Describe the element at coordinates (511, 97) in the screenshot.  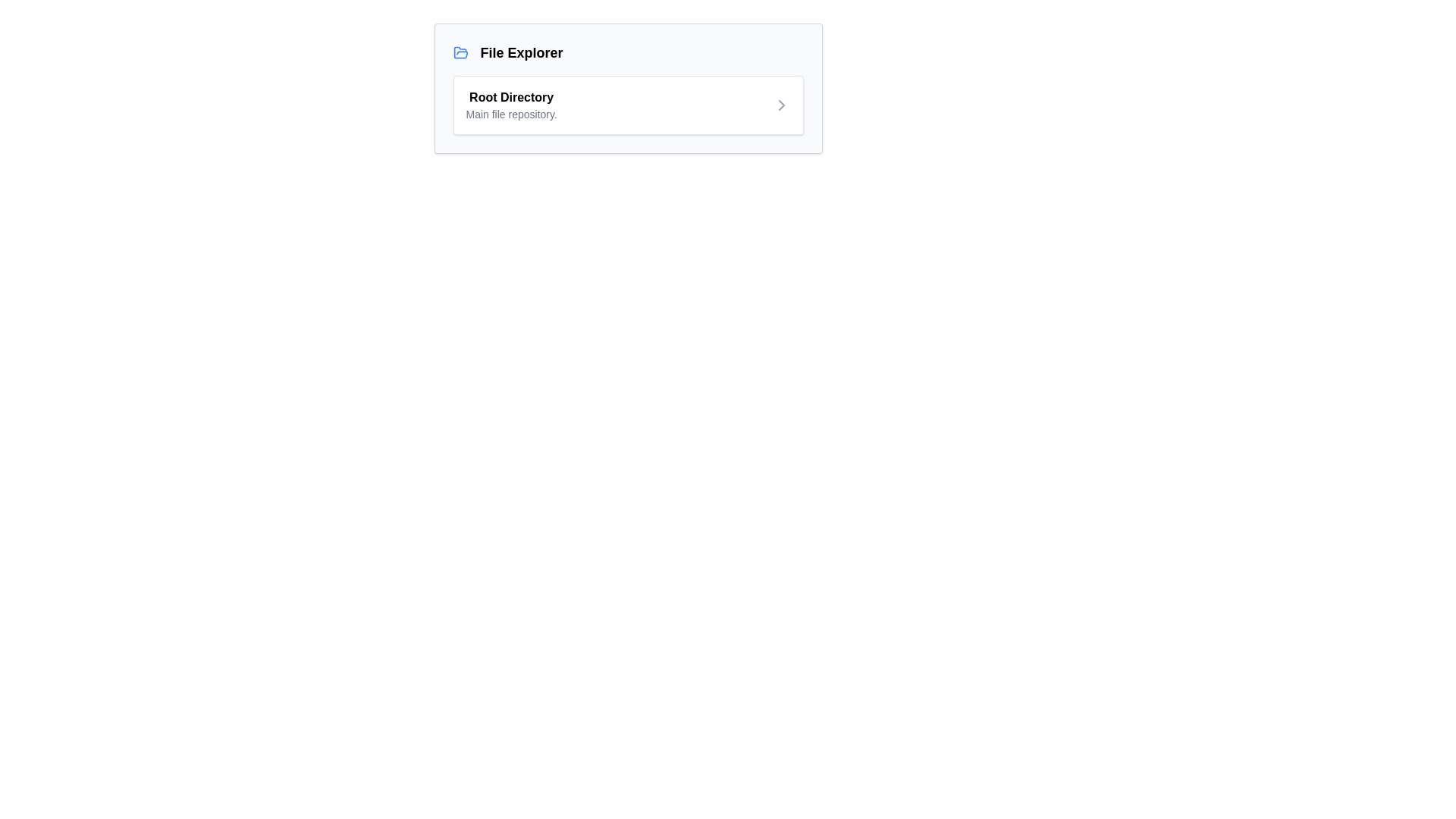
I see `the bold text label displaying 'Root Directory' which is prominently positioned at the top-left corner of a card-like section in the interface` at that location.